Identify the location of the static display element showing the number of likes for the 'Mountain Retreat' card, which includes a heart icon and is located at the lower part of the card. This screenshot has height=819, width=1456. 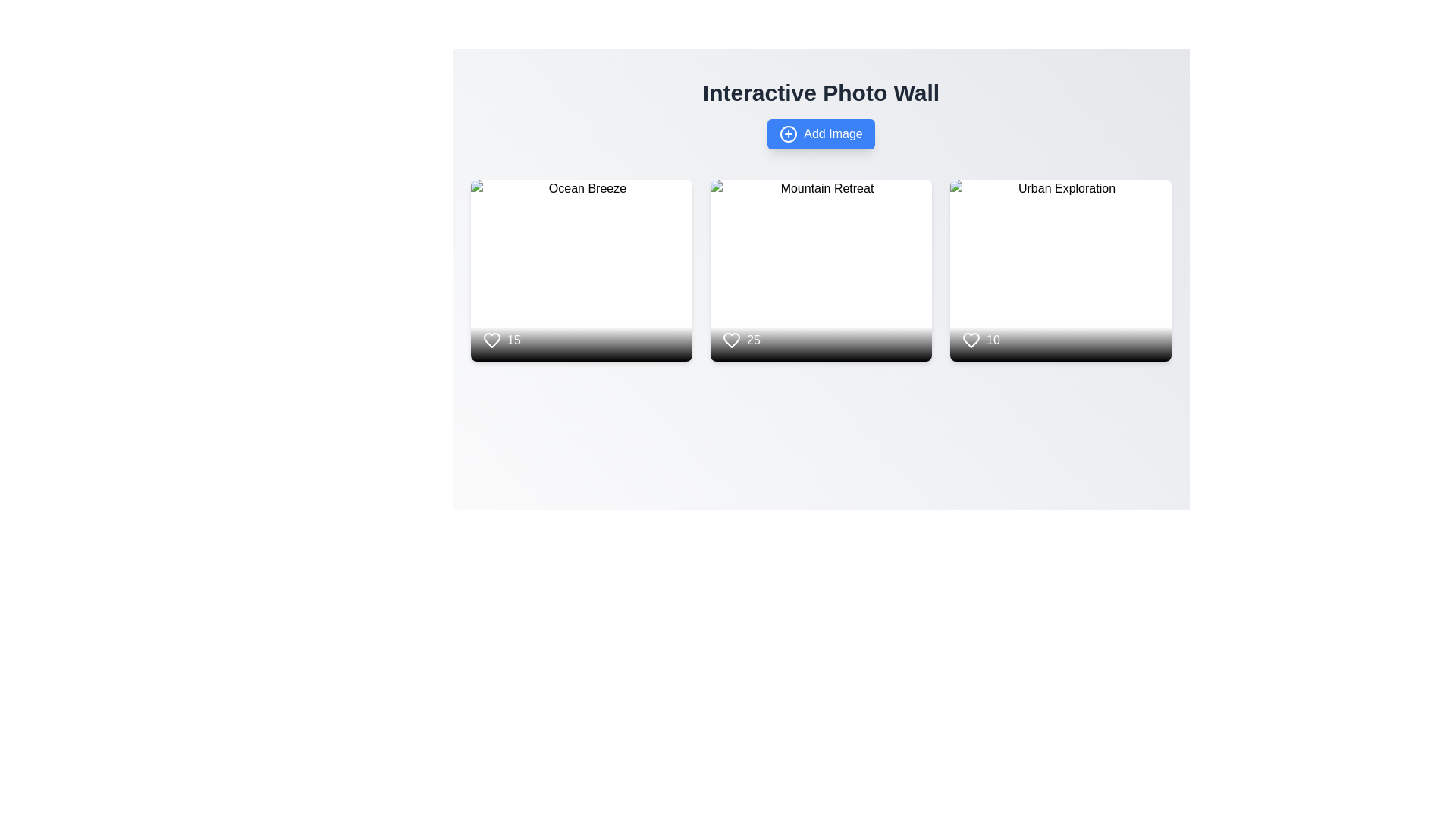
(821, 326).